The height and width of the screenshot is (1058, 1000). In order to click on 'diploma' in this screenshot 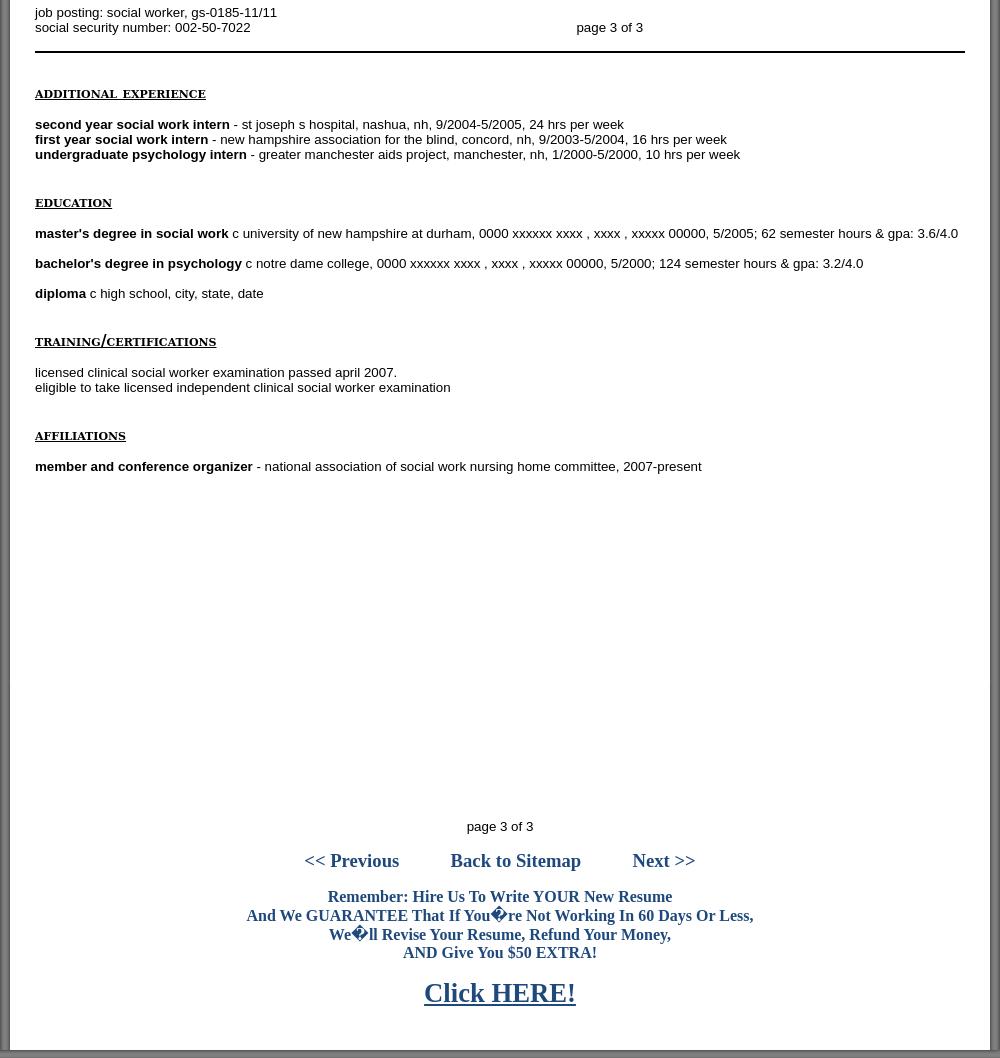, I will do `click(60, 292)`.